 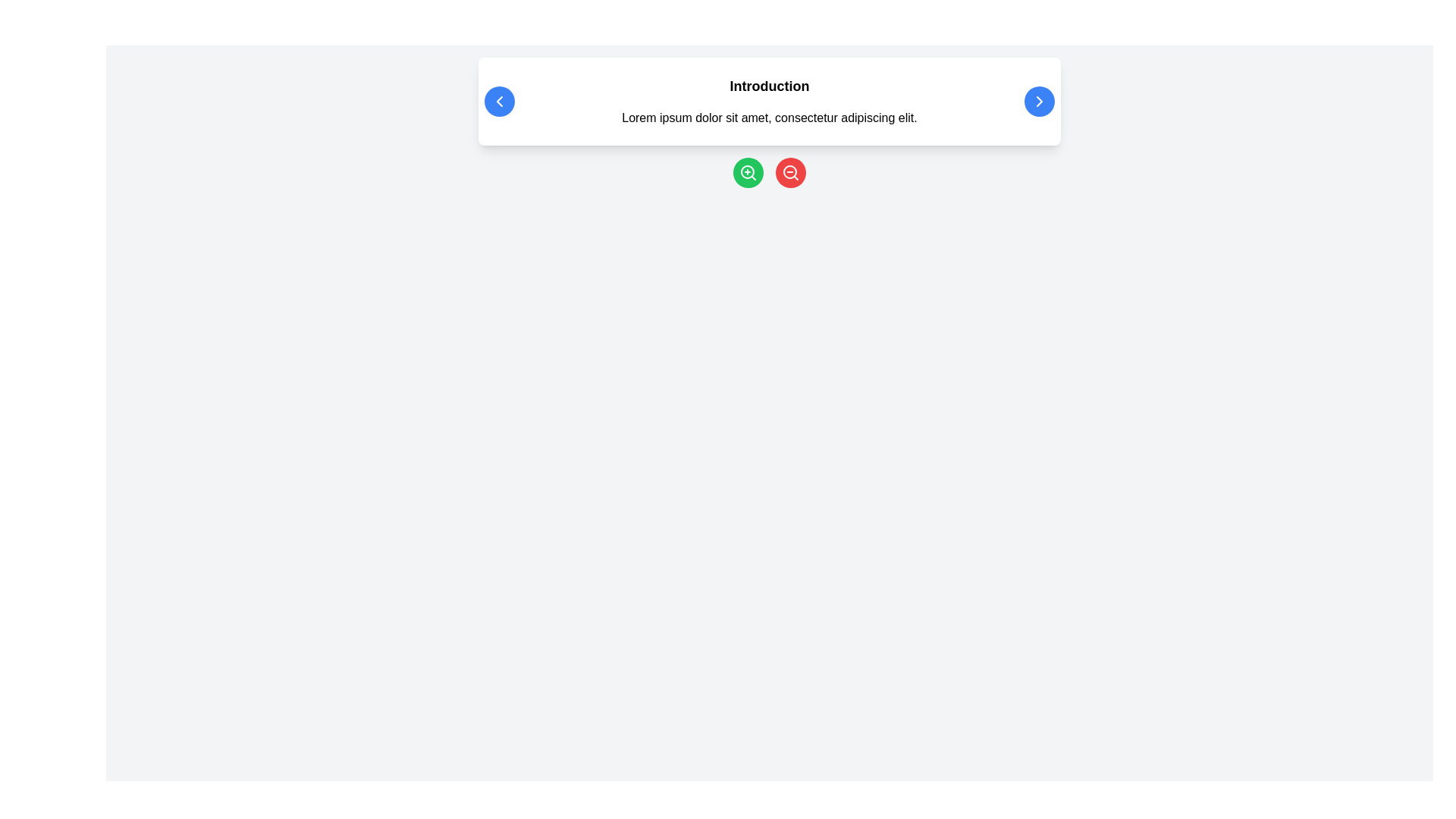 What do you see at coordinates (1039, 102) in the screenshot?
I see `the navigation button located at the right edge of the content block` at bounding box center [1039, 102].